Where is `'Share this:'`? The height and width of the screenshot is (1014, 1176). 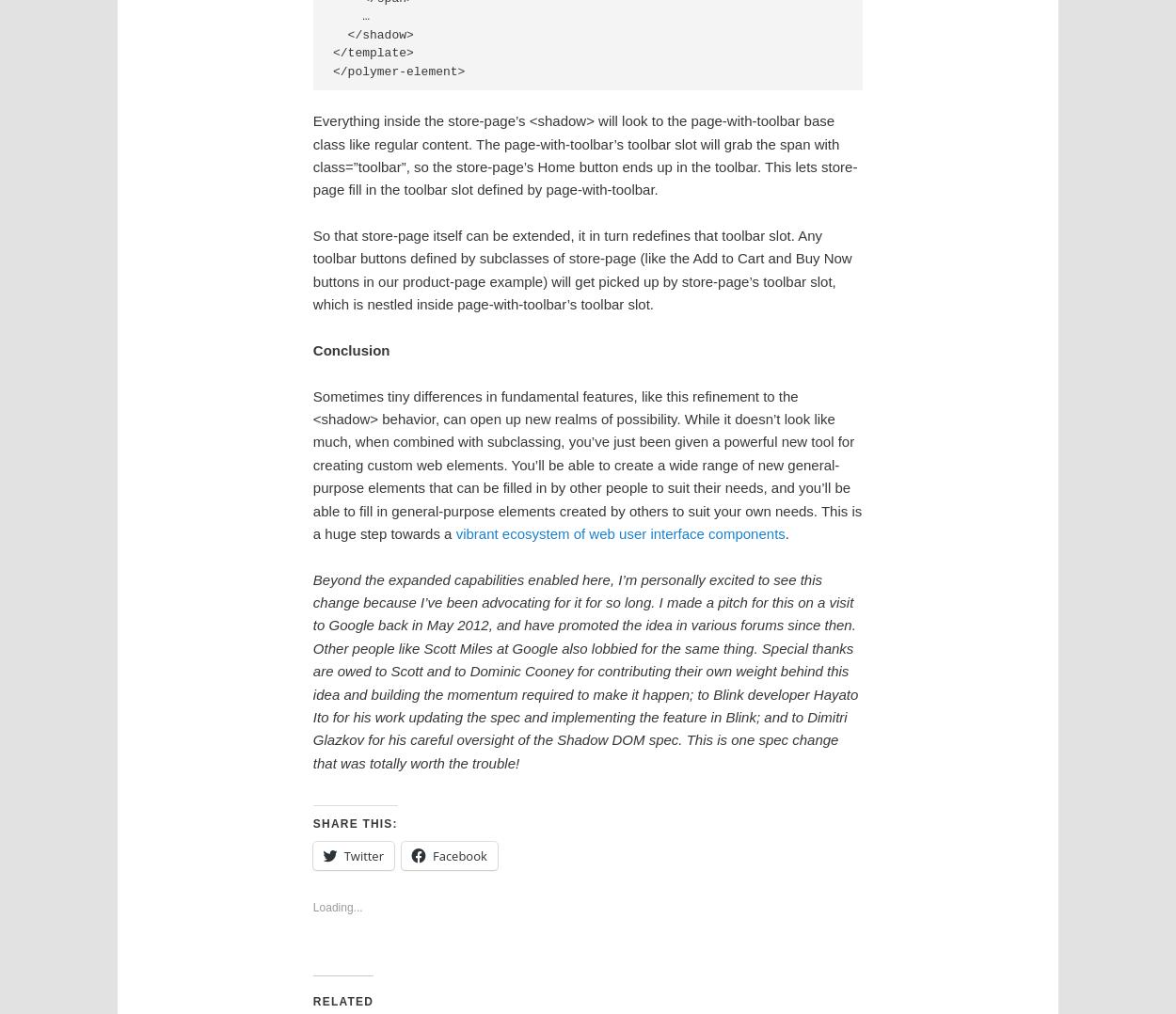
'Share this:' is located at coordinates (355, 822).